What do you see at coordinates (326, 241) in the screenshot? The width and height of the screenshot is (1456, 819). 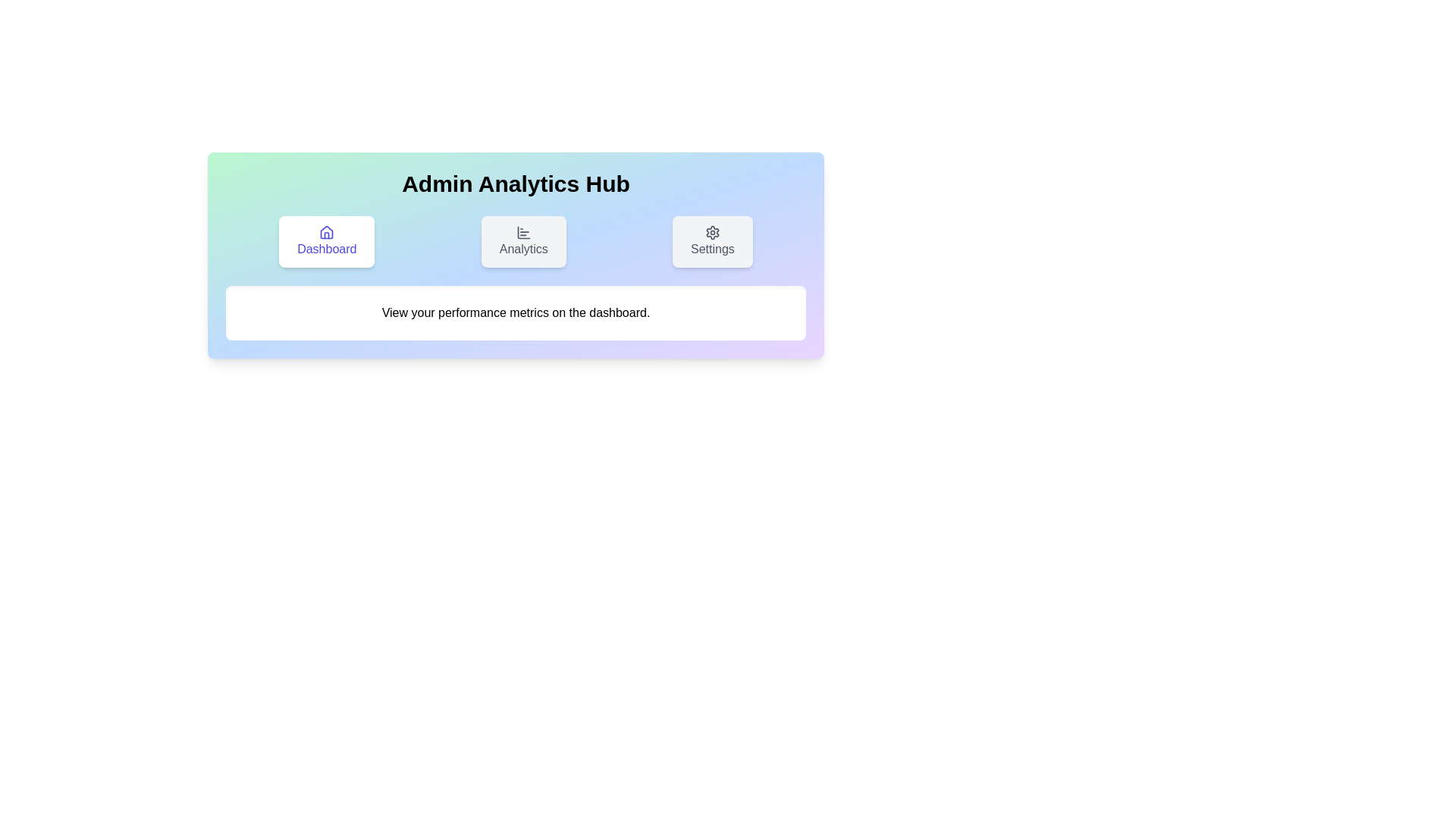 I see `the Dashboard tab by clicking on its button` at bounding box center [326, 241].